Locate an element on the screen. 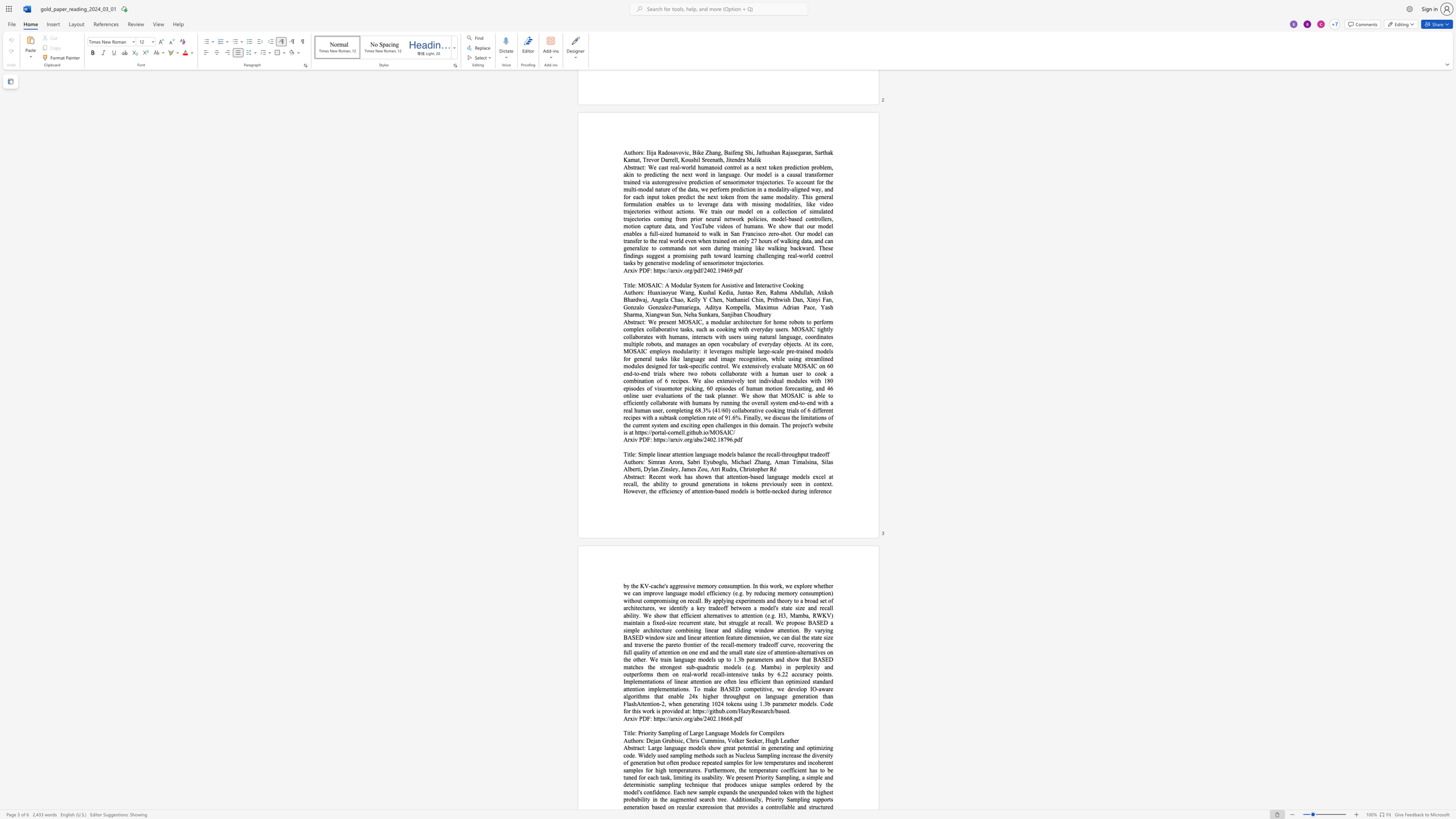 The image size is (1456, 819). the space between the continuous character "V" and "o" in the text is located at coordinates (731, 740).